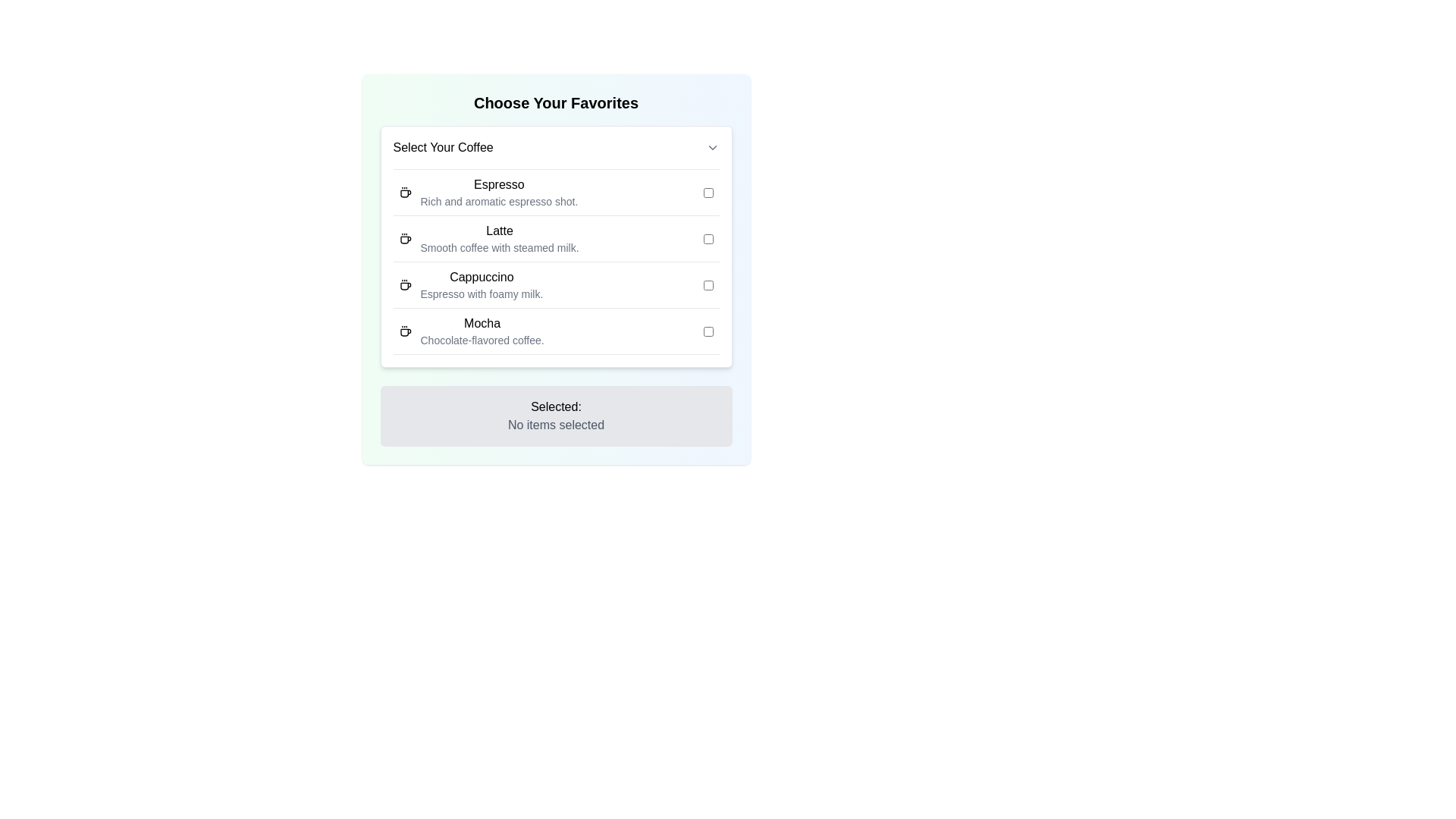  Describe the element at coordinates (499, 231) in the screenshot. I see `the 'Latte' label in the 'Select Your Coffee' list, which is the second item and displays the text 'Latte'` at that location.